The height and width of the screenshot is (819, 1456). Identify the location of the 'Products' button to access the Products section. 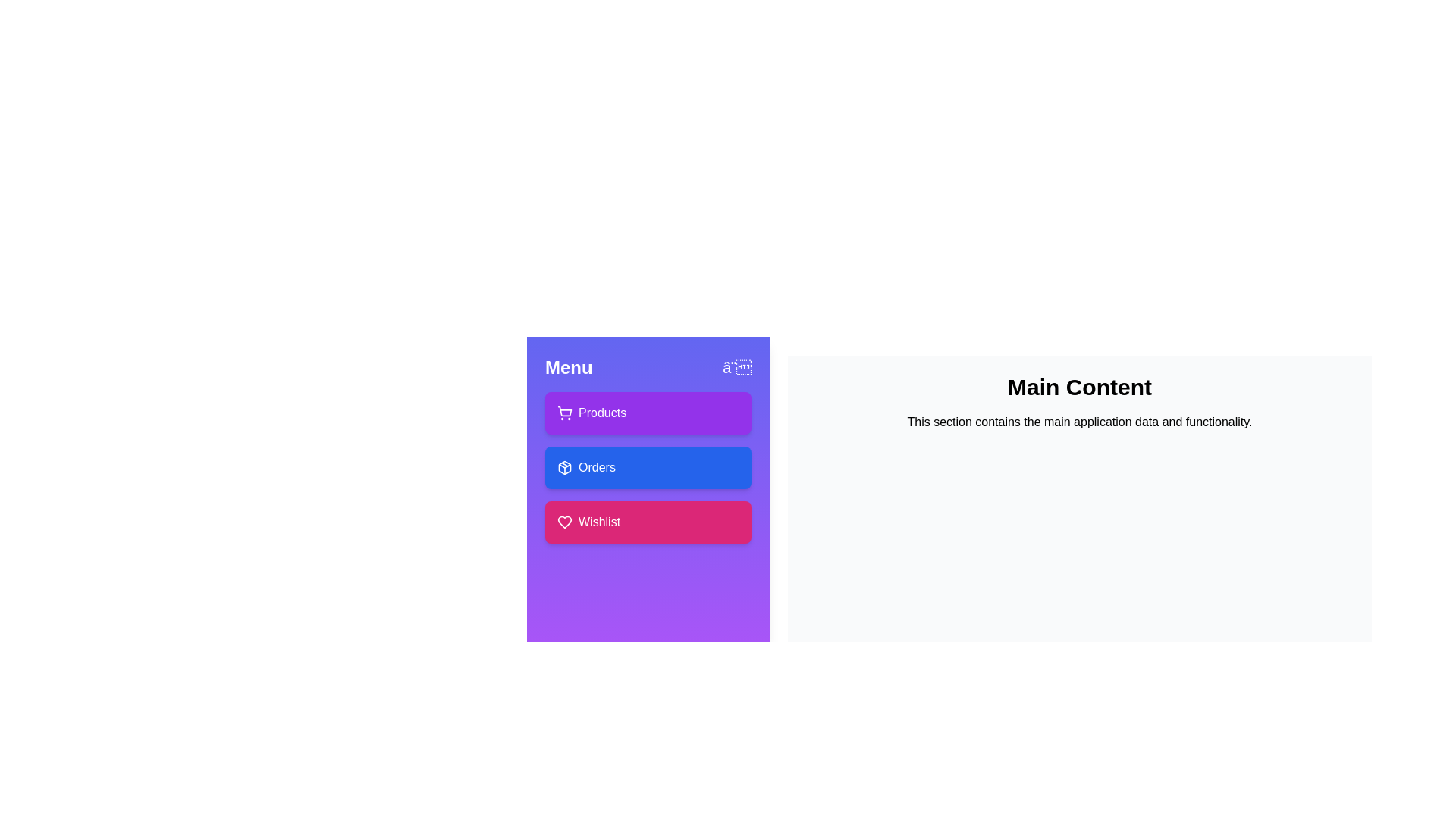
(648, 413).